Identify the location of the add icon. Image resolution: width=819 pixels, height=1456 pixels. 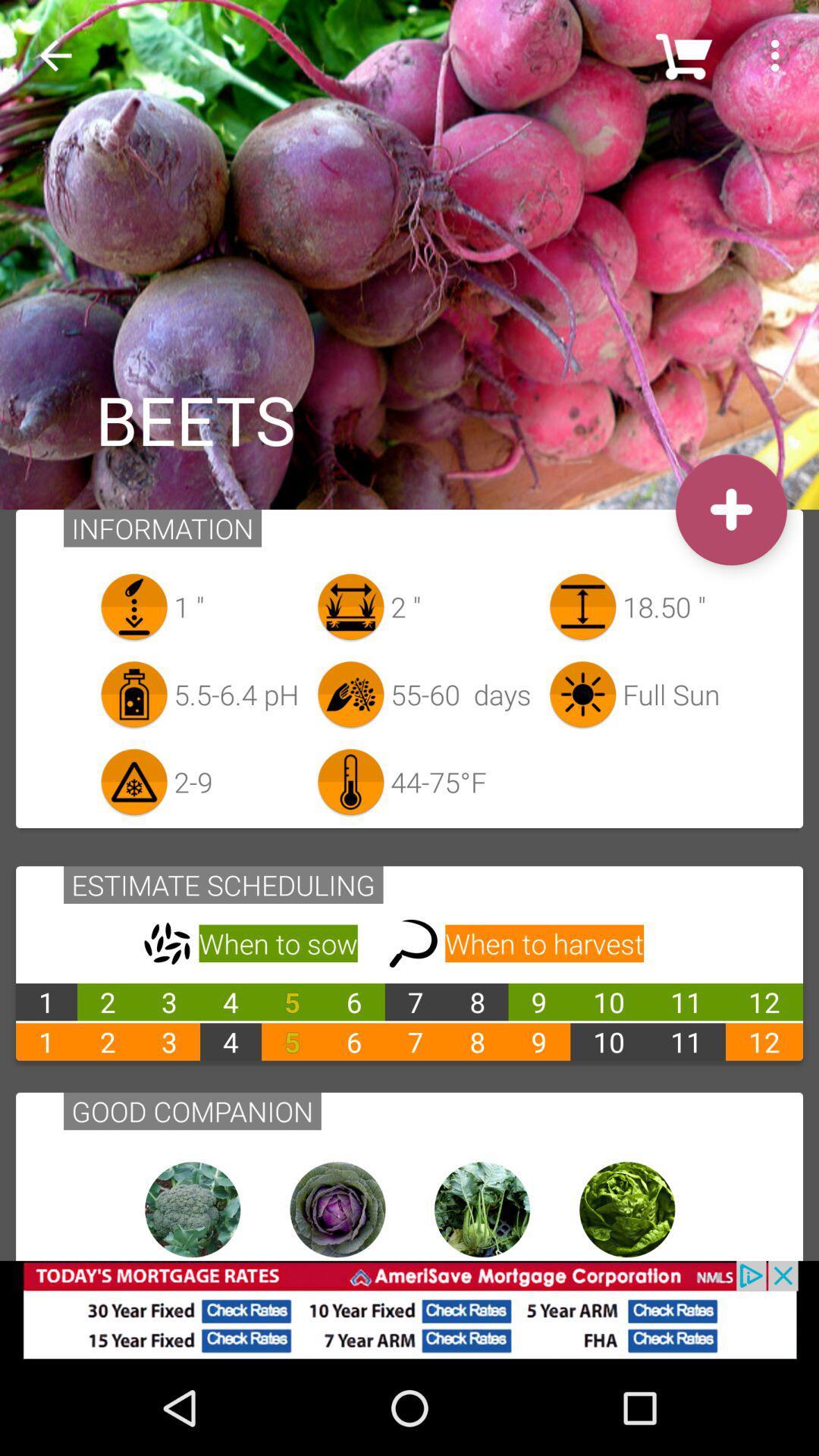
(730, 510).